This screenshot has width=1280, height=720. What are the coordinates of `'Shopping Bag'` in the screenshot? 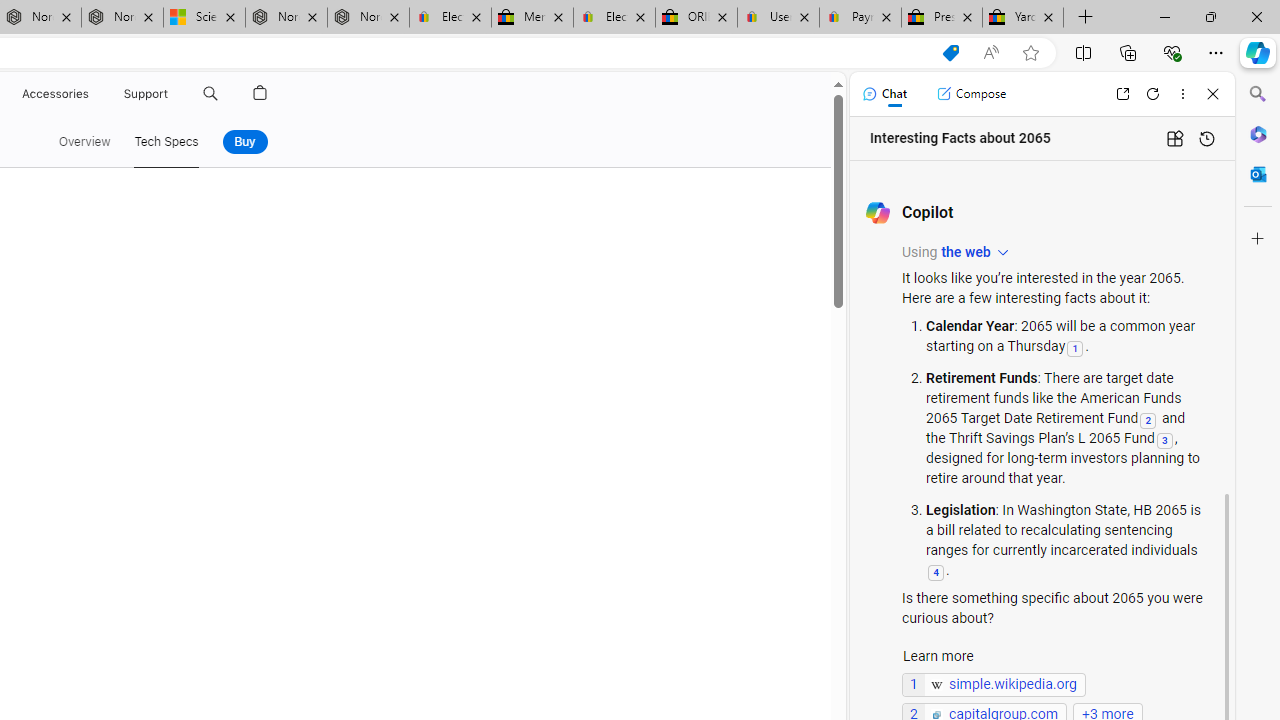 It's located at (259, 93).